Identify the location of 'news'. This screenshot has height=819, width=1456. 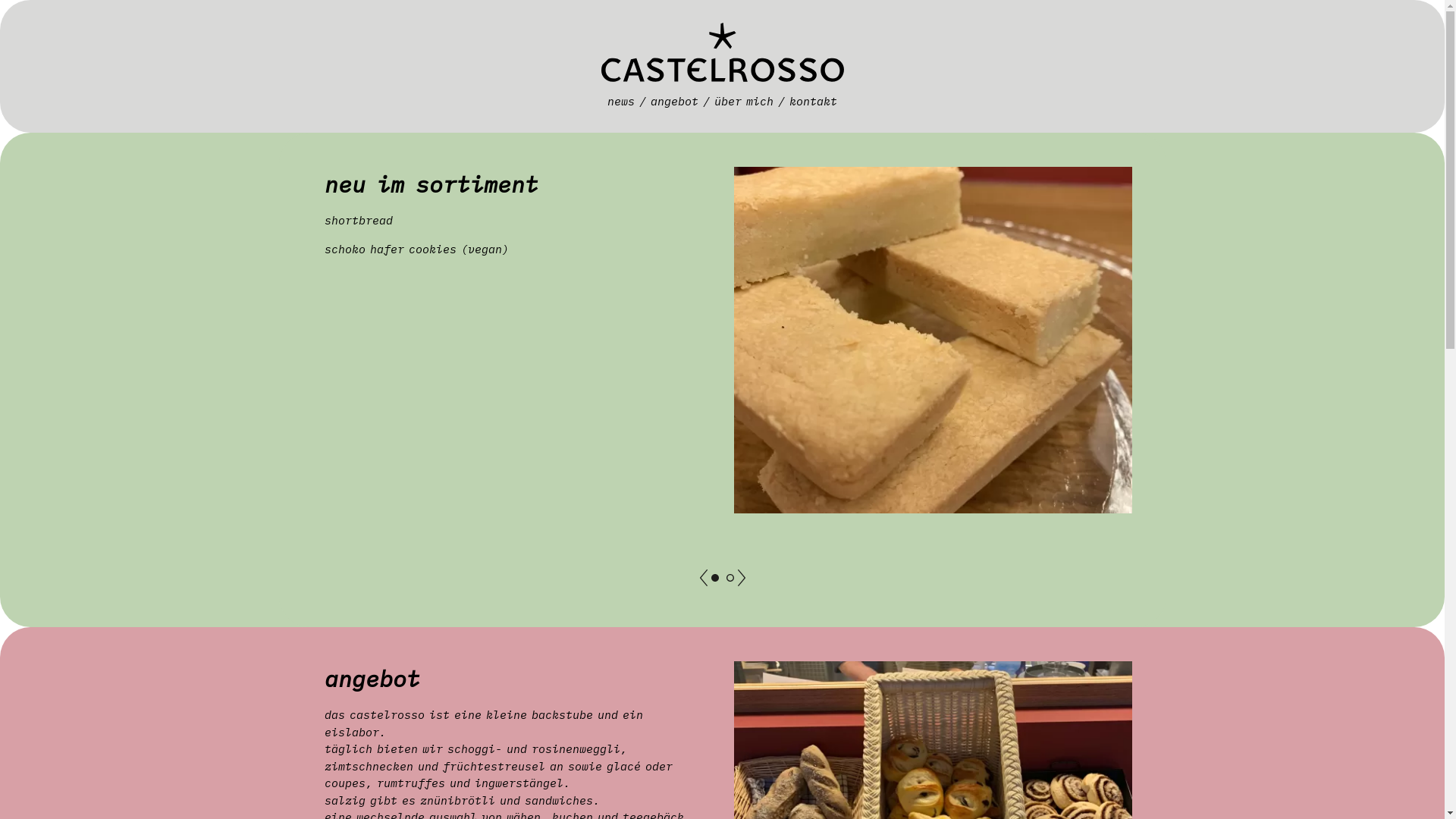
(621, 102).